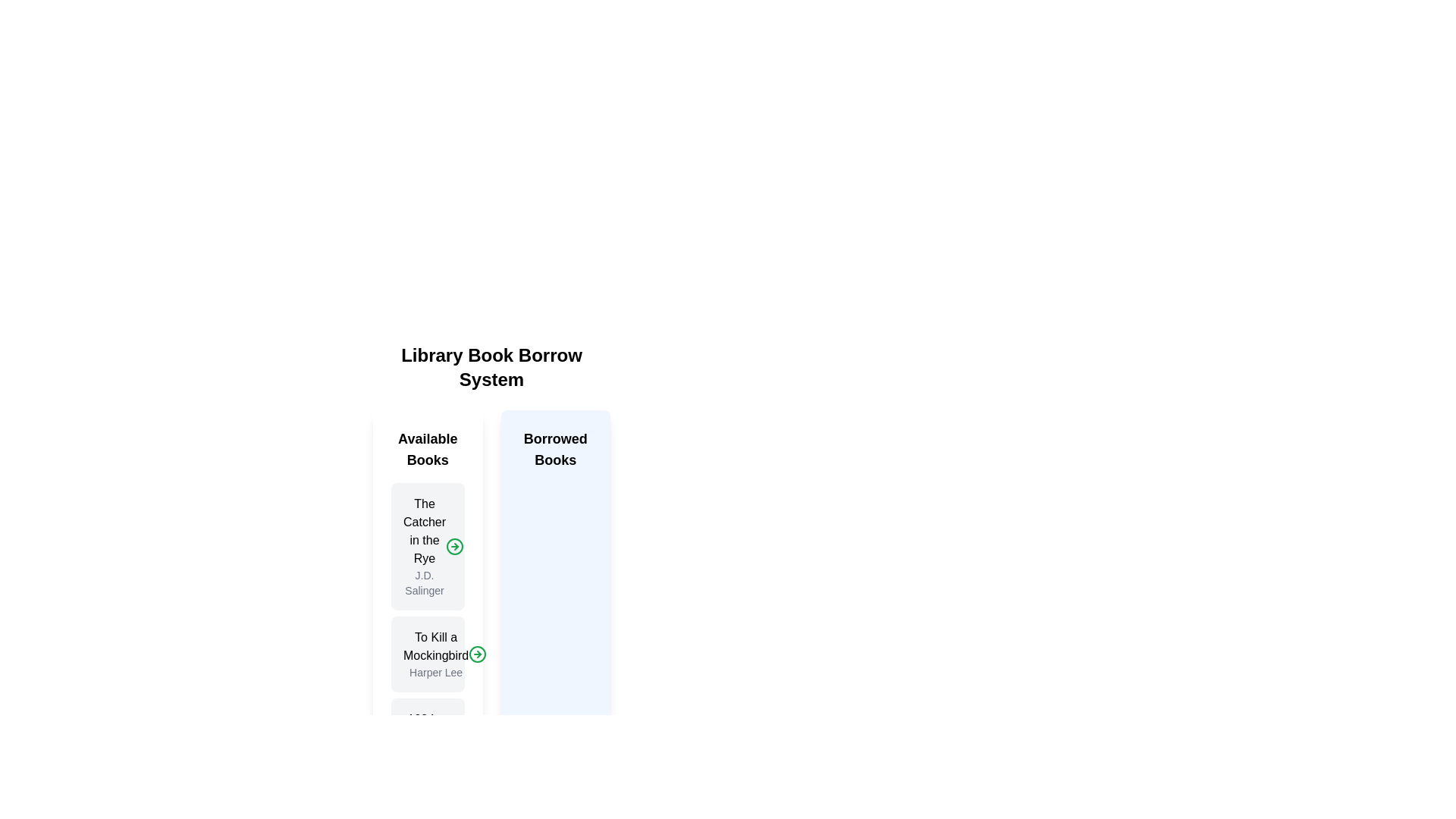 This screenshot has width=1456, height=819. What do you see at coordinates (435, 646) in the screenshot?
I see `the title text of the book, which is located above the subtitle 'Harper Lee' within the card structure in the 'Available Books' column, as the second item in the list` at bounding box center [435, 646].